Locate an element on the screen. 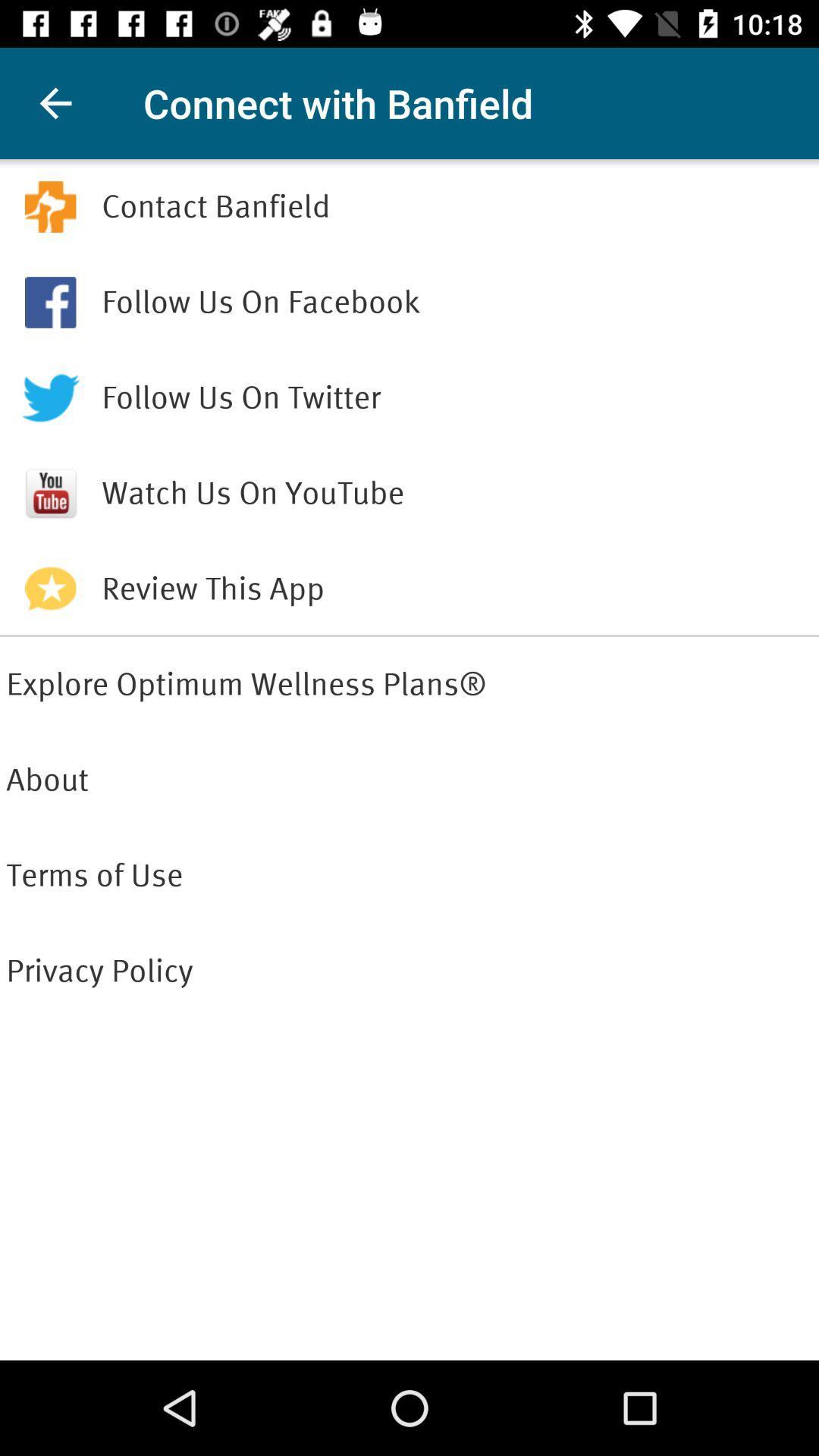  icon below about is located at coordinates (409, 876).